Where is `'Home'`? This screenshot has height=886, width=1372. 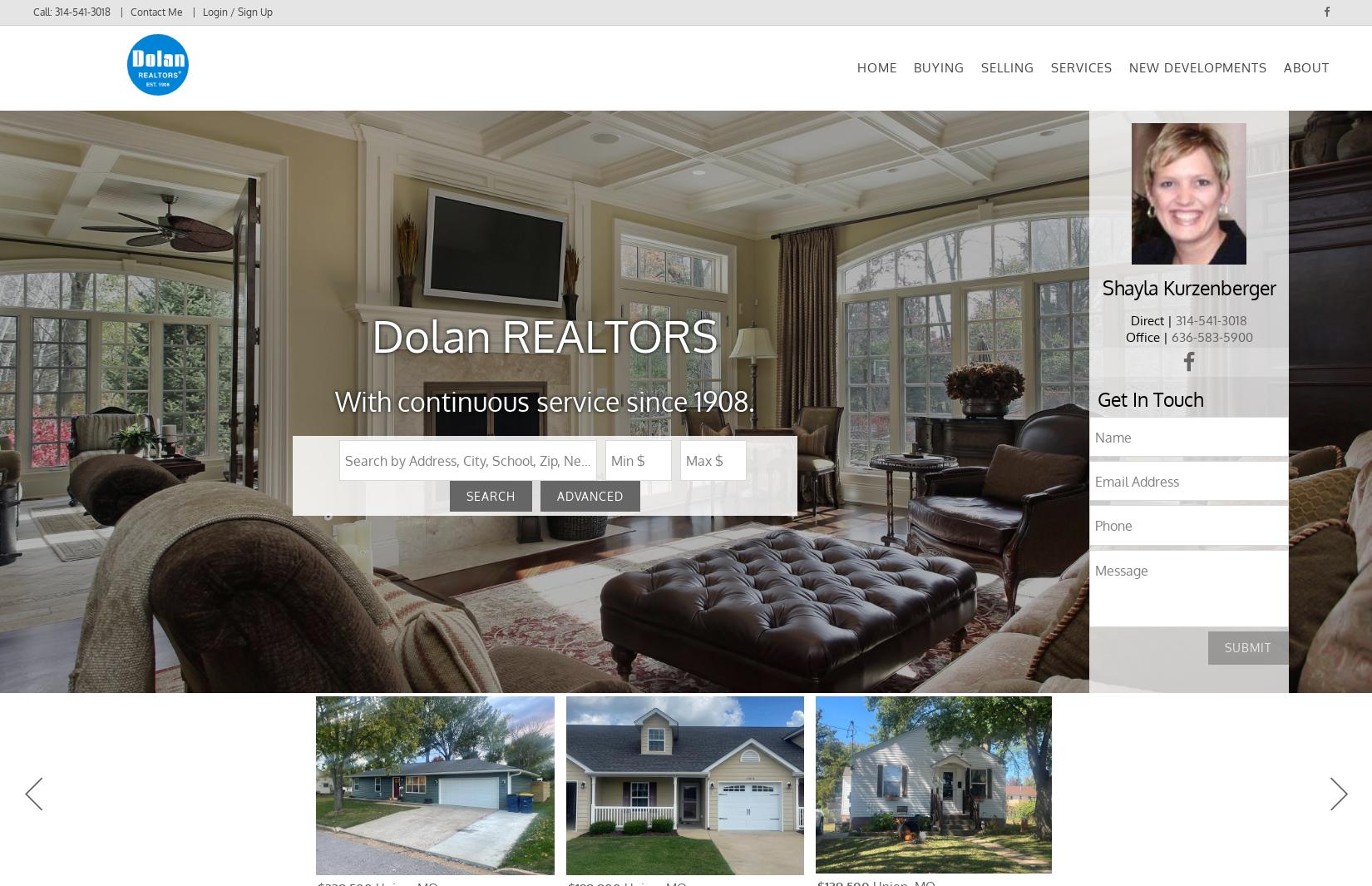 'Home' is located at coordinates (877, 77).